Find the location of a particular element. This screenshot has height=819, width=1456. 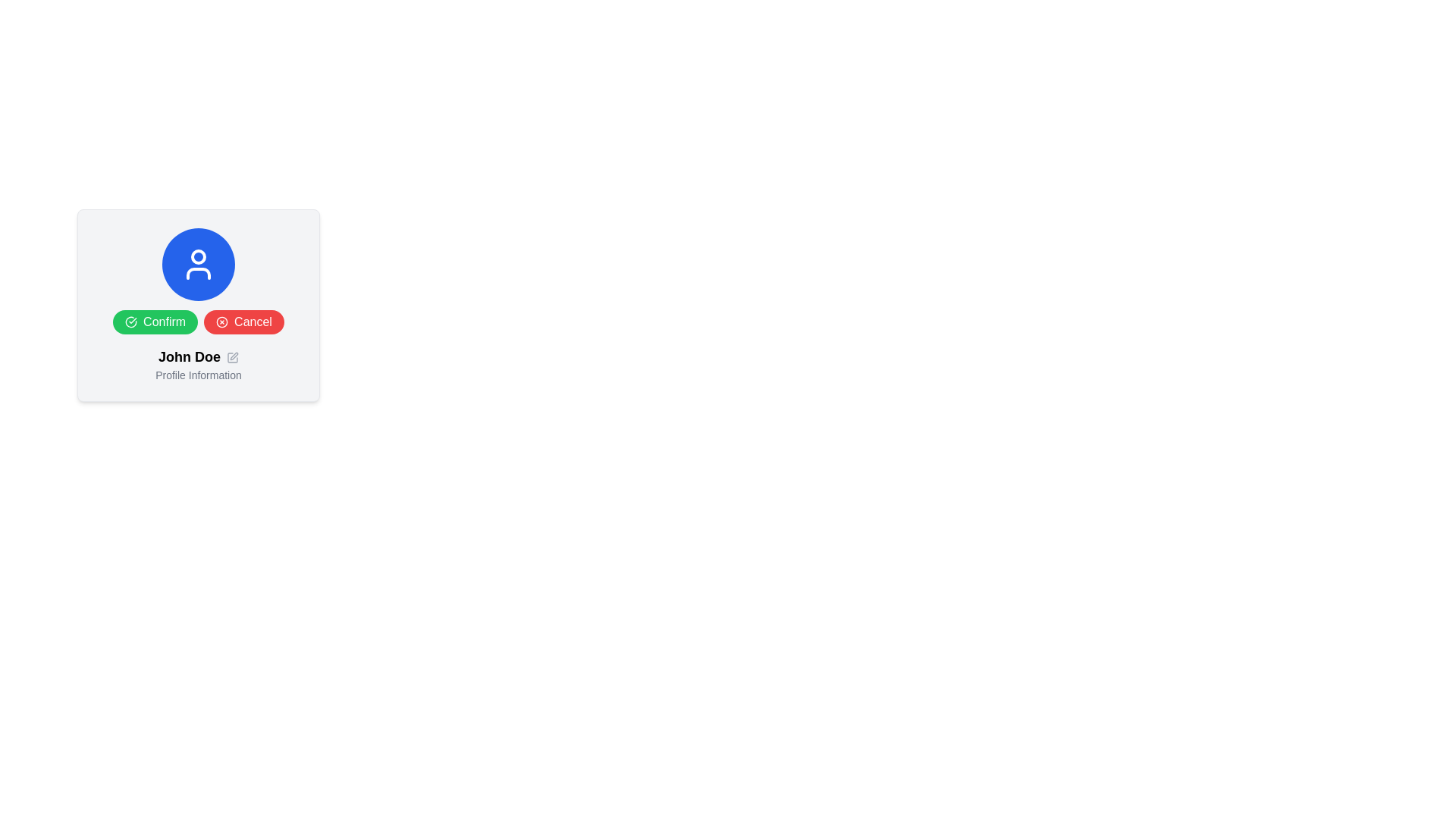

the name 'John Doe' displayed in bold, large font is located at coordinates (198, 365).